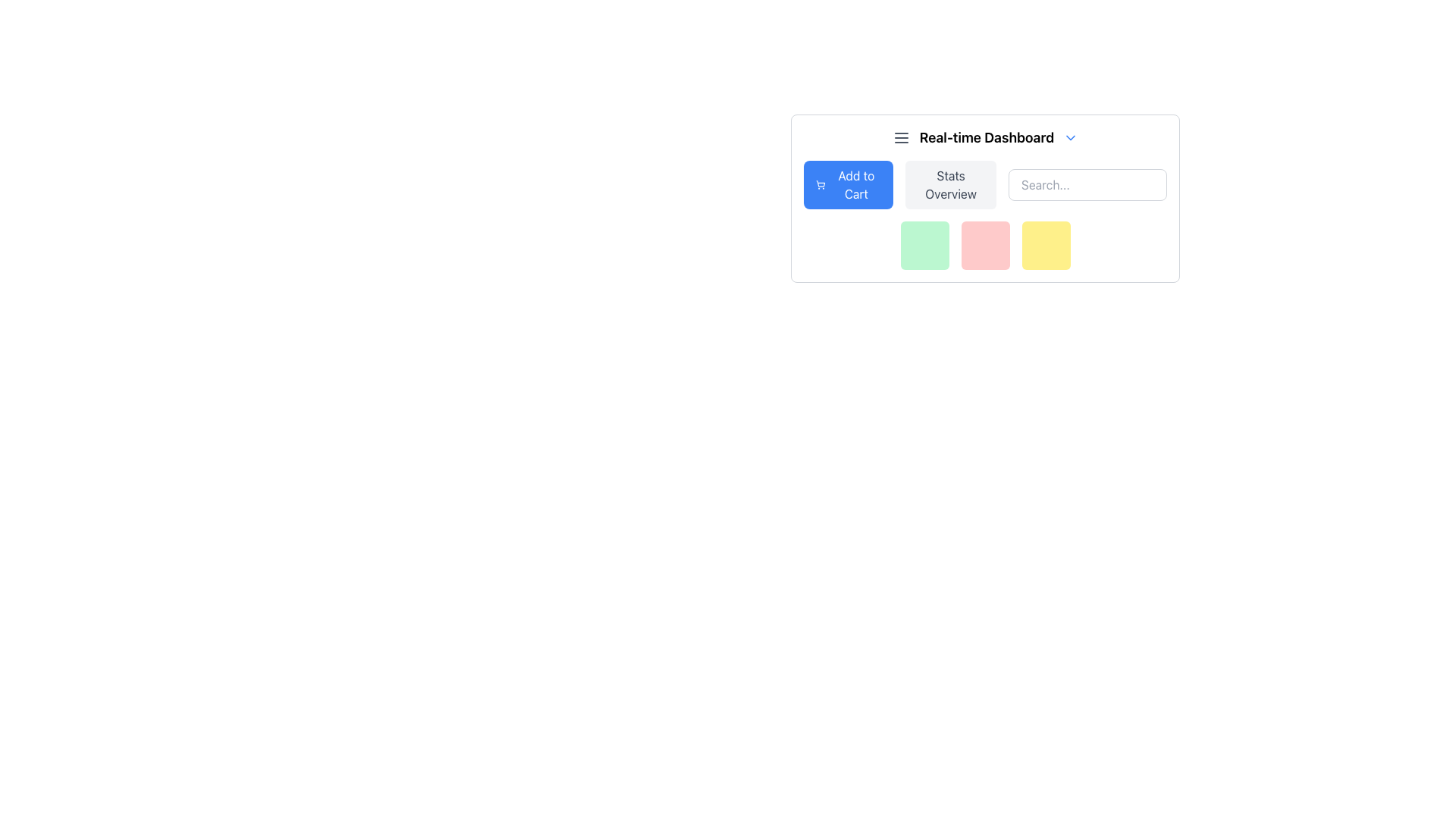  What do you see at coordinates (820, 184) in the screenshot?
I see `the shopping cart icon within the 'Add to Cart' button located on the left side of the panel labeled 'Real-time Dashboard'` at bounding box center [820, 184].